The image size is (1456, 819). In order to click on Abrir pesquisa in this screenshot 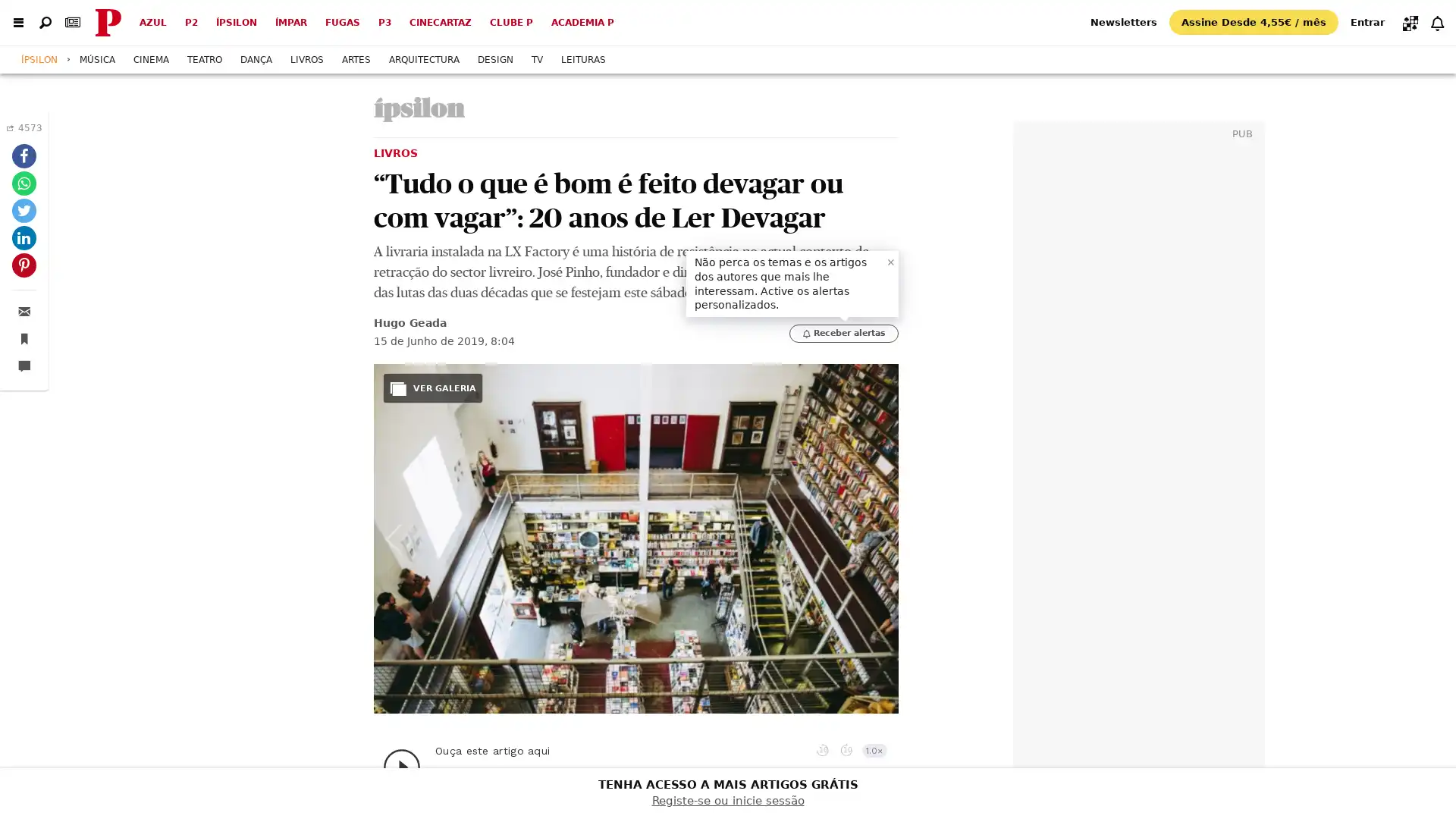, I will do `click(45, 22)`.